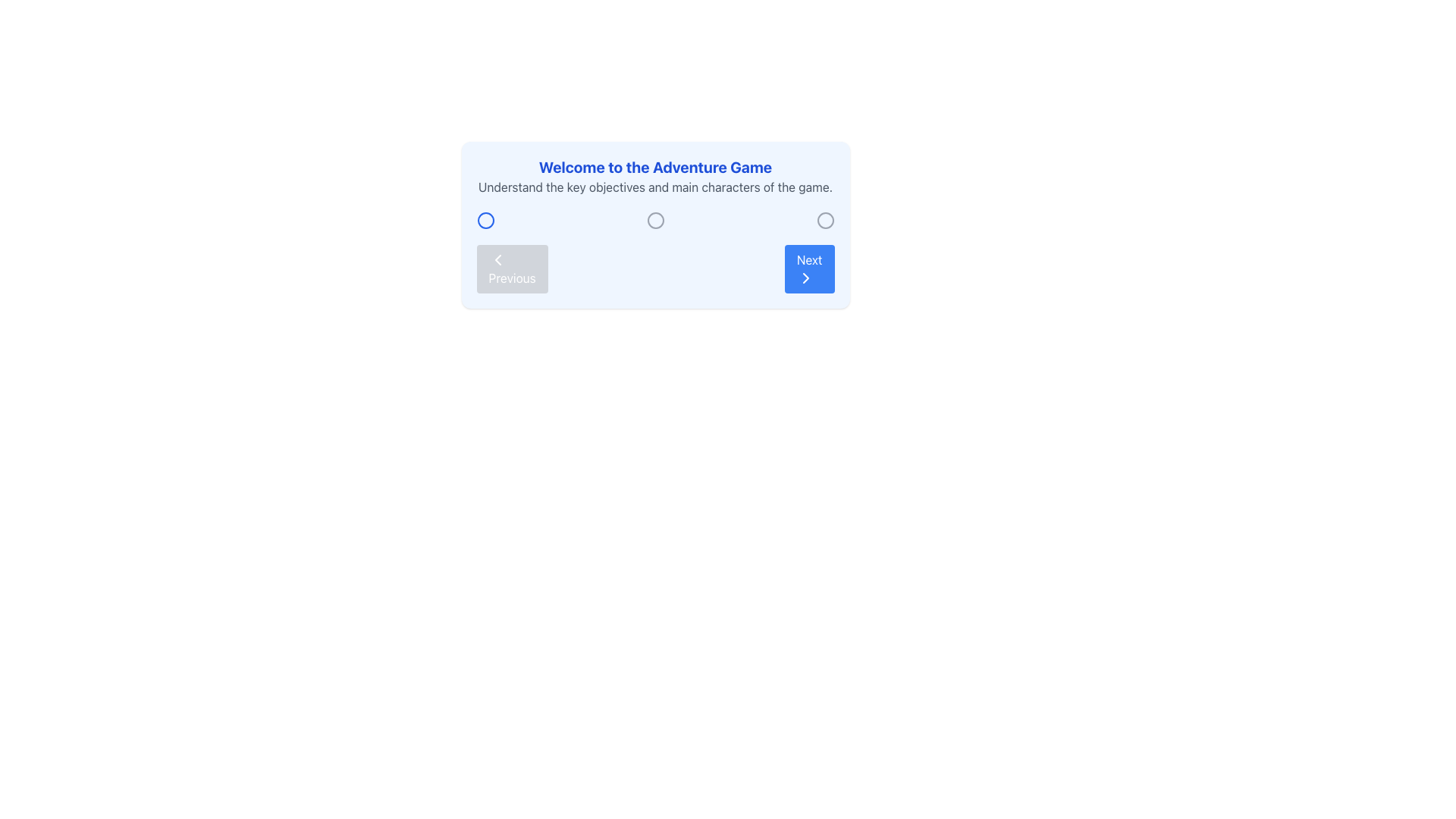  I want to click on the first circular icon in the sequence of three, located at the top-center of the interface beneath the title and description, so click(485, 220).